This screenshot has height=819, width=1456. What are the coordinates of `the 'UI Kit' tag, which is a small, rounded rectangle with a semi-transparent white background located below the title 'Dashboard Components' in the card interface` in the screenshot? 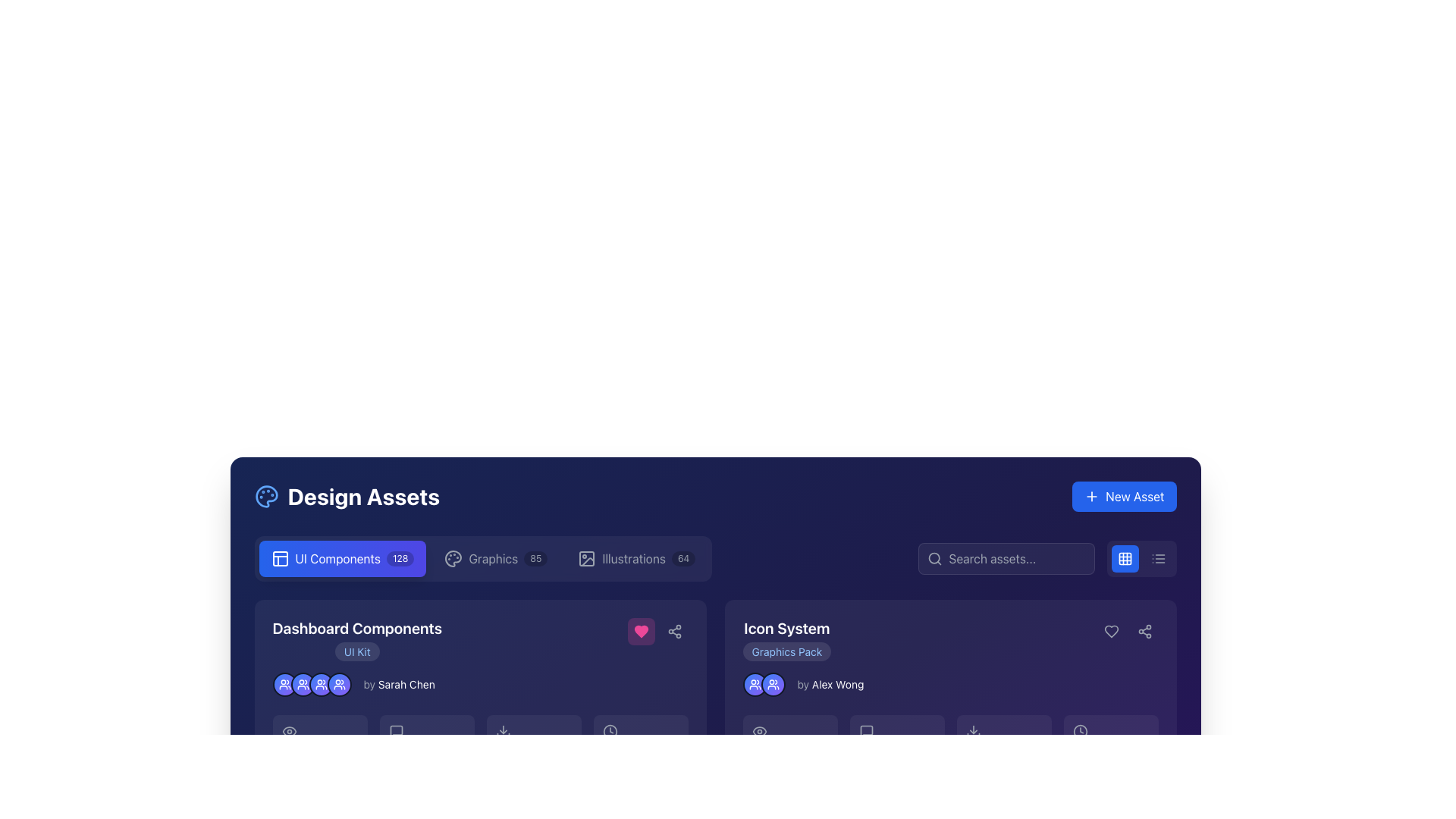 It's located at (356, 651).